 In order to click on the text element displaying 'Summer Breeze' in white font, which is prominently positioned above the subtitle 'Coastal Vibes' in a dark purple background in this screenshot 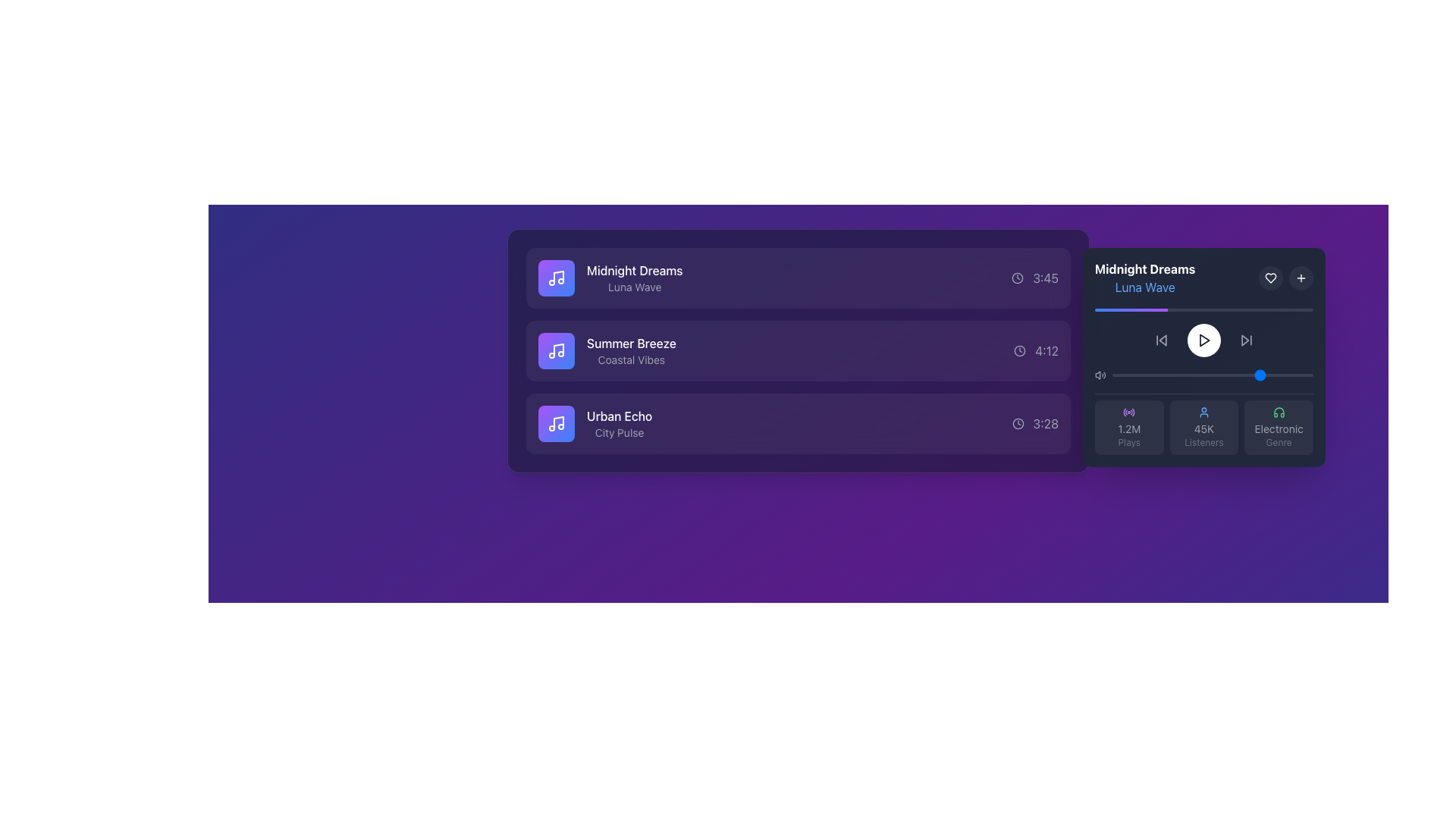, I will do `click(631, 343)`.